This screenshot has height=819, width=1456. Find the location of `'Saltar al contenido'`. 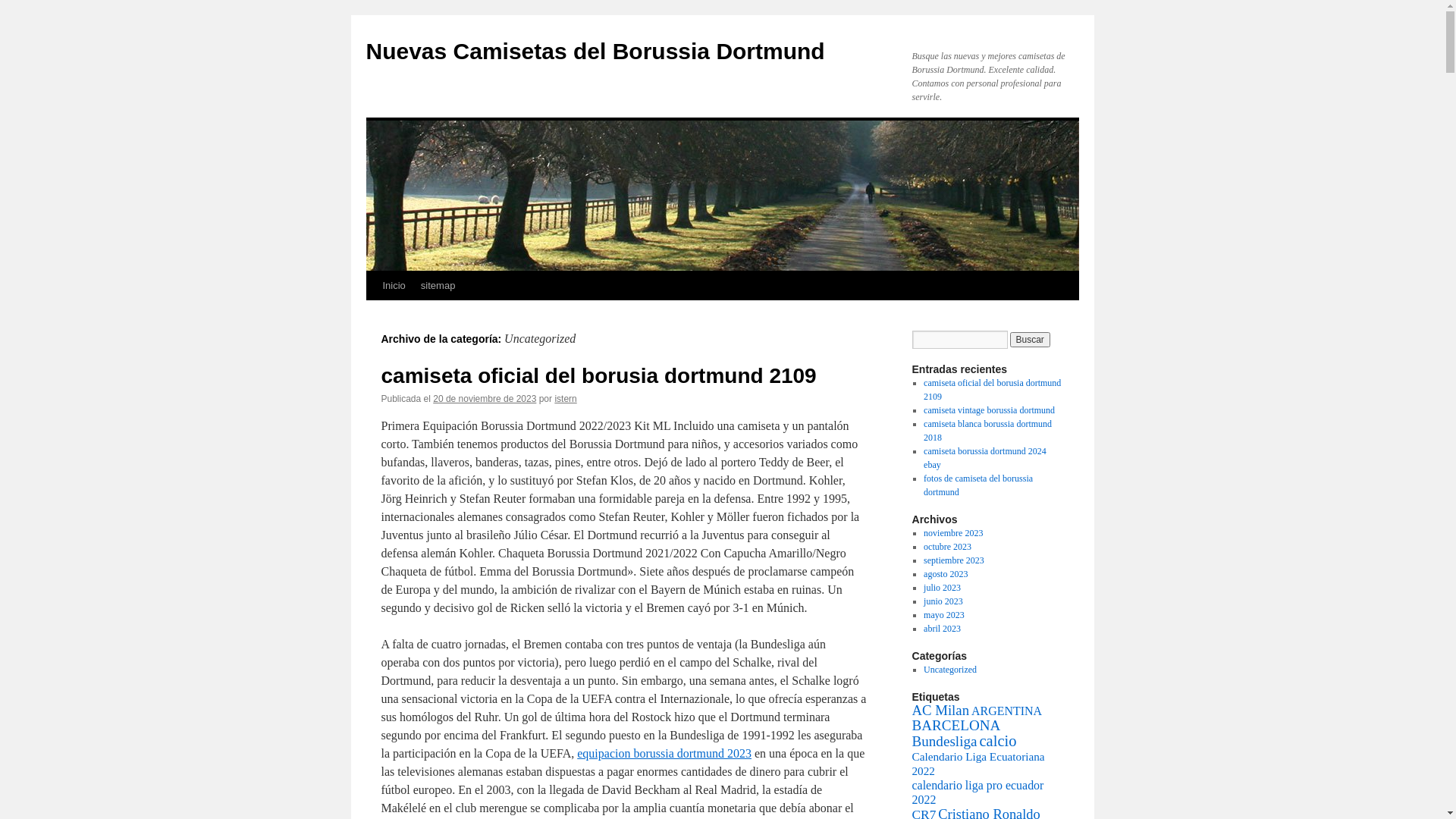

'Saltar al contenido' is located at coordinates (365, 312).